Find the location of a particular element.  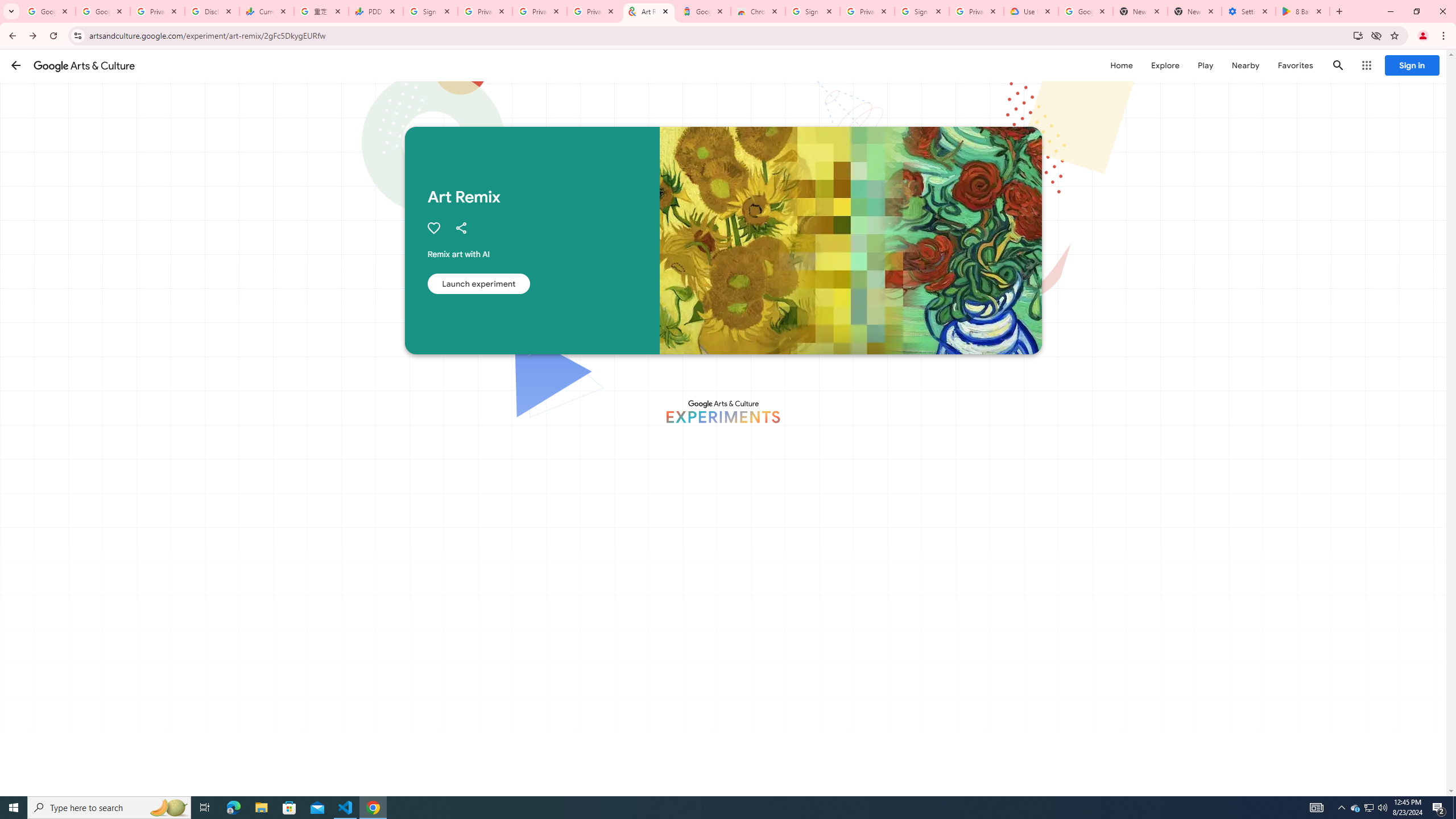

'Launch experiment' is located at coordinates (477, 283).